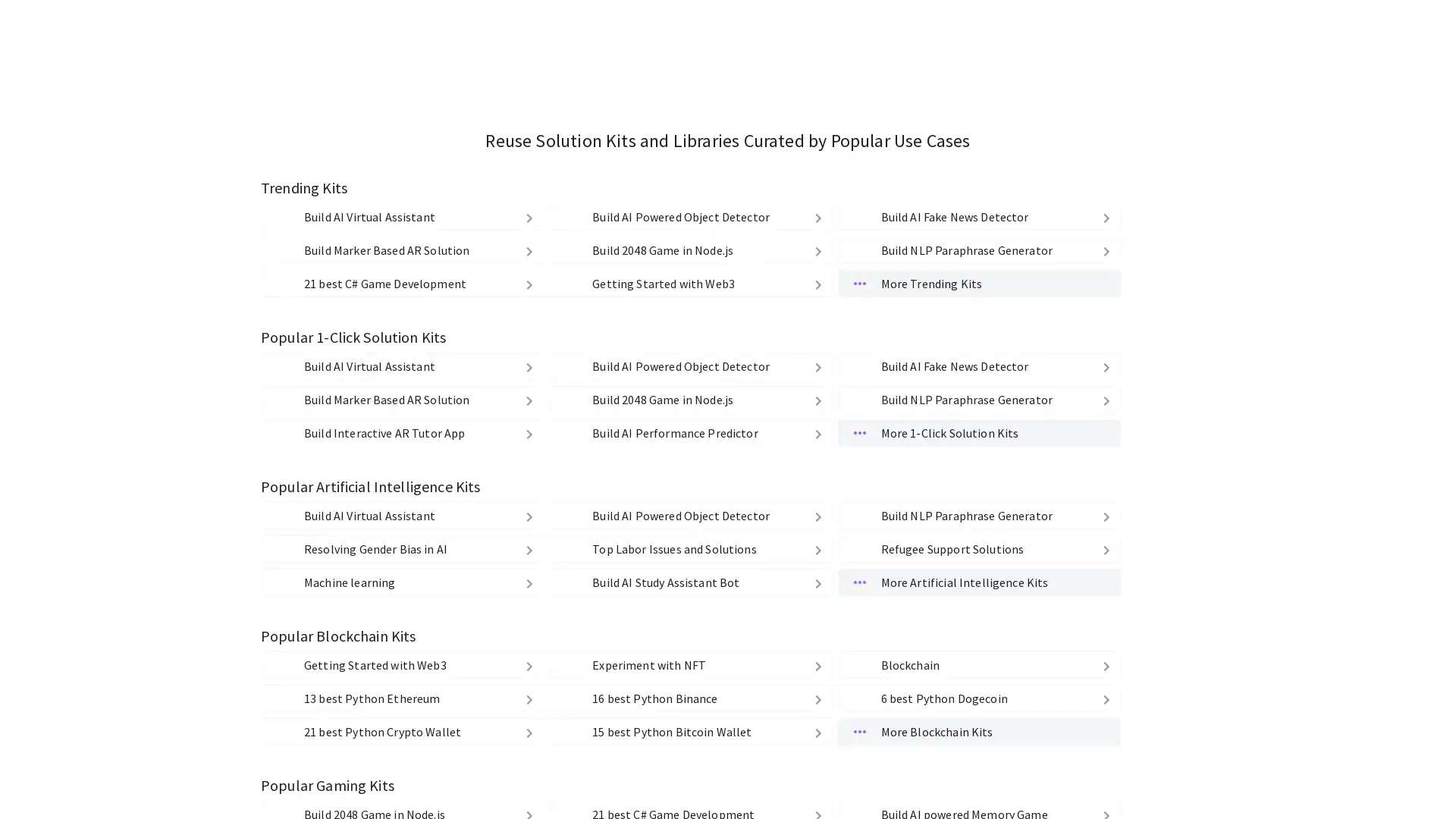 The height and width of the screenshot is (819, 1456). I want to click on Clear All, so click(1150, 333).